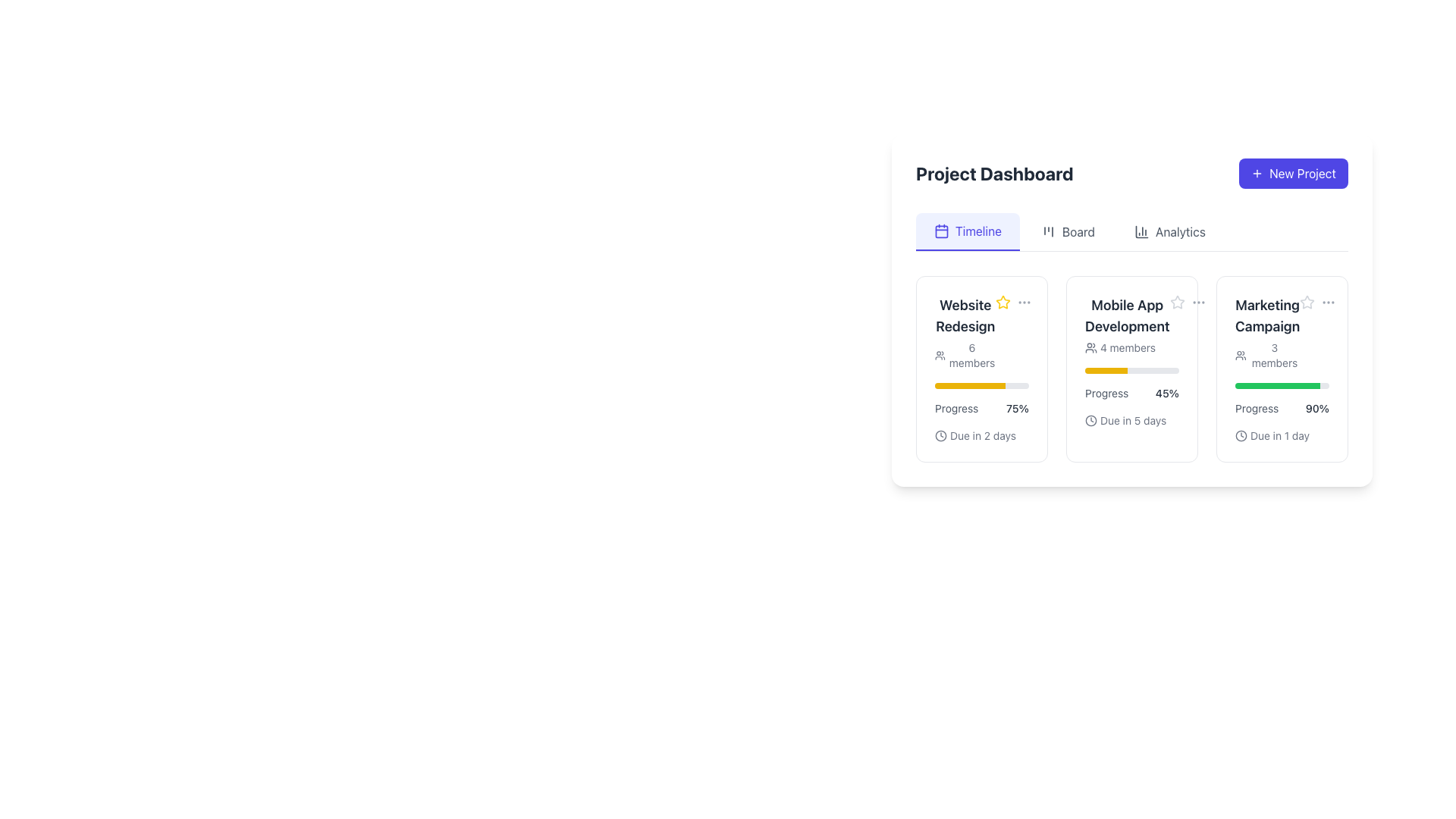  I want to click on the column chart representation by hovering over the 'Analytics' icon located in the header section of the navigation menu, to the left of the 'Analytics' label, so click(1141, 231).